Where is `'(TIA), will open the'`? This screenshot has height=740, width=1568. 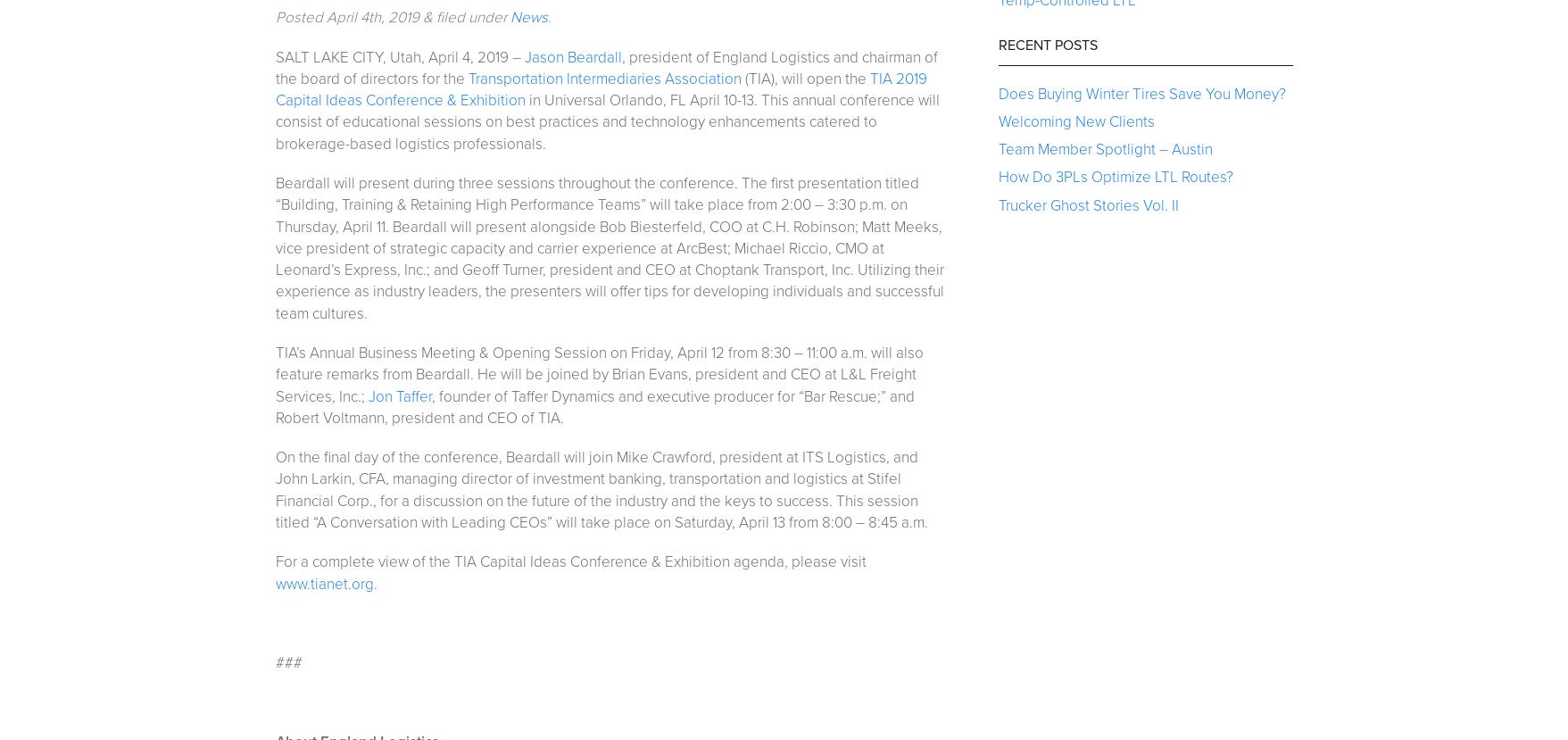 '(TIA), will open the' is located at coordinates (804, 78).